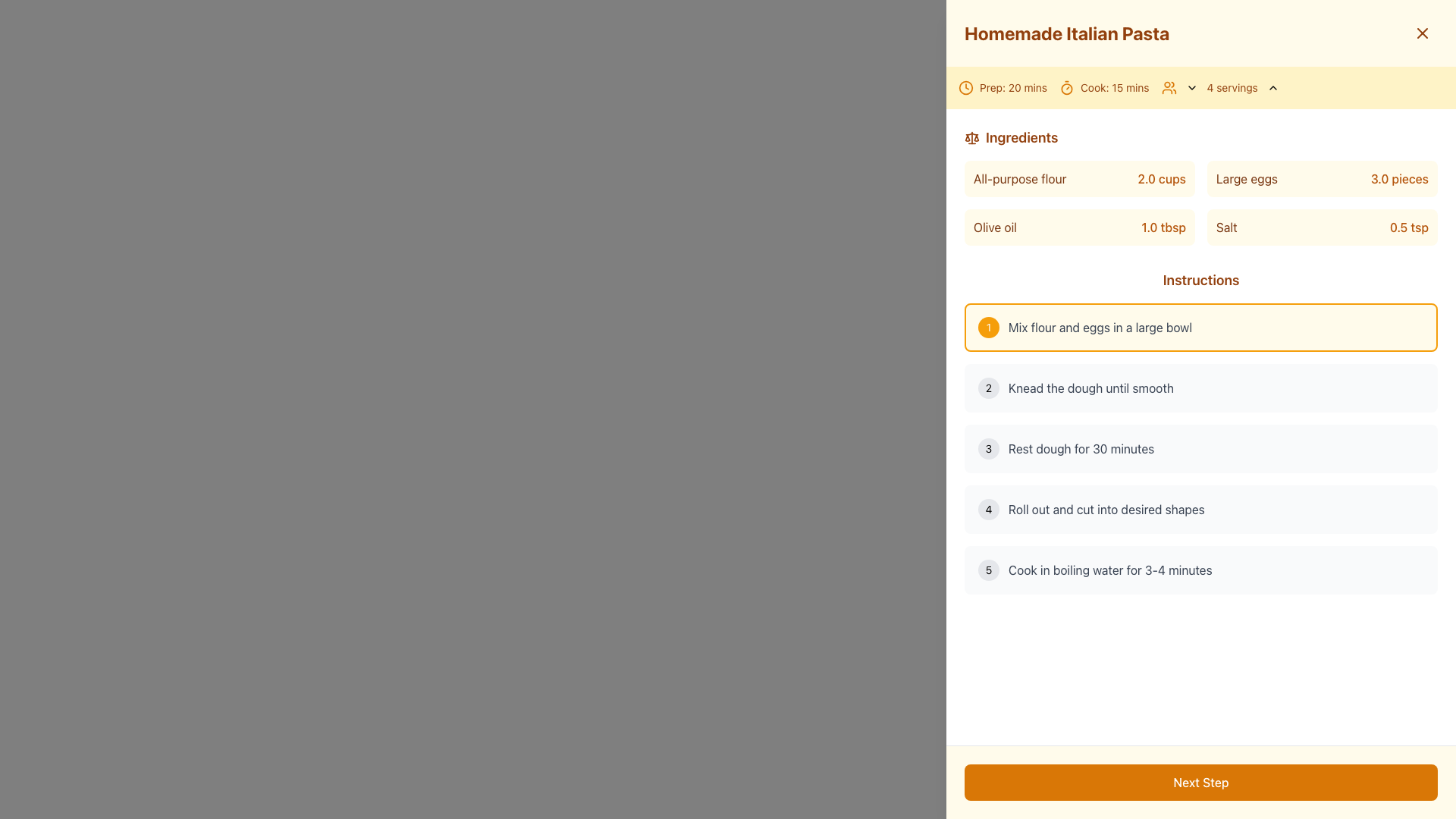 This screenshot has height=819, width=1456. Describe the element at coordinates (989, 570) in the screenshot. I see `the step number label located in the right panel under the 'Instructions' heading, which visually aligns with the instruction 'Cook in boiling water for 3-4 minutes'` at that location.